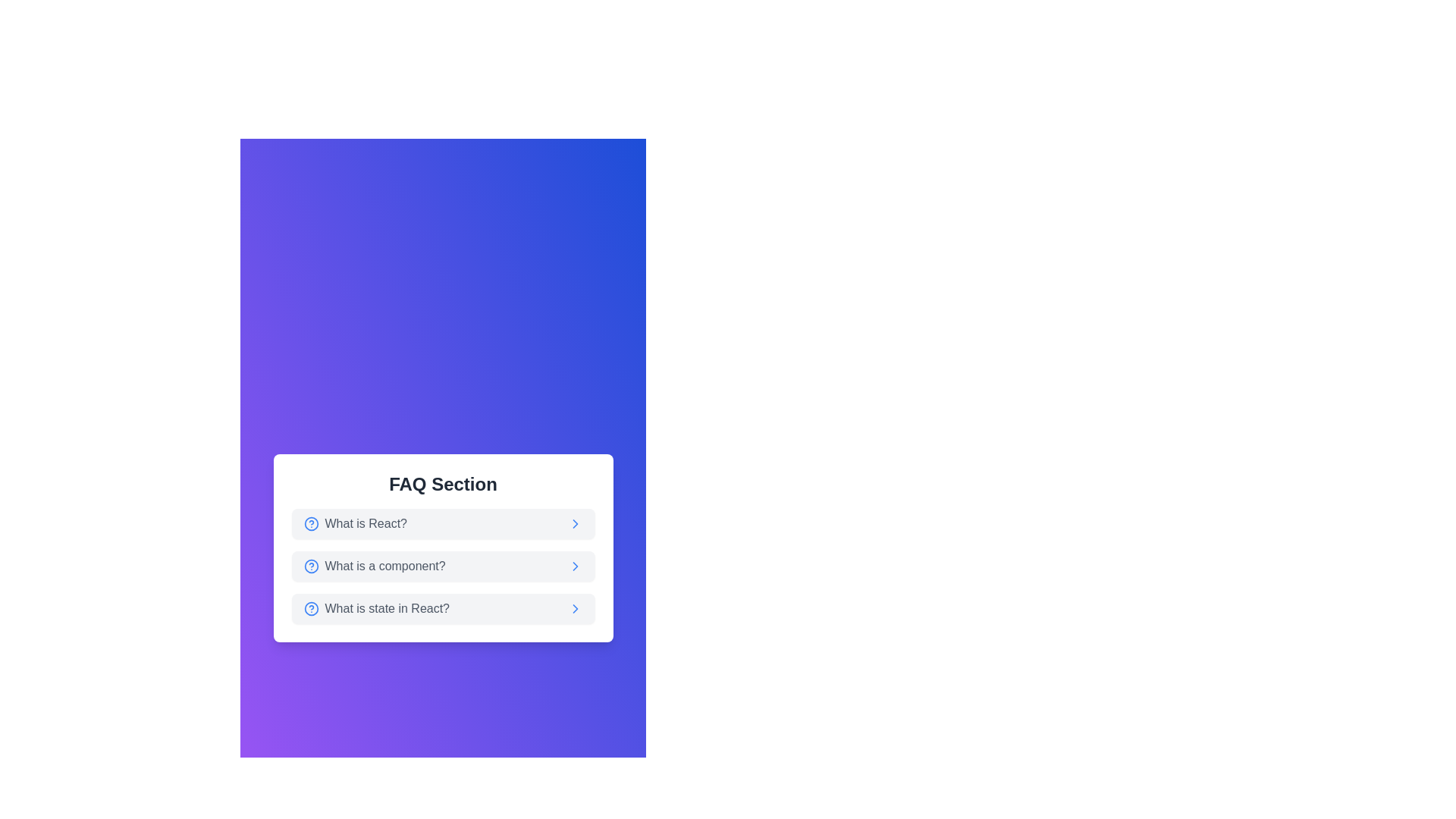 The height and width of the screenshot is (819, 1456). I want to click on the chevron icon located to the far right of the third FAQ item labeled 'What is state in React?', so click(574, 607).